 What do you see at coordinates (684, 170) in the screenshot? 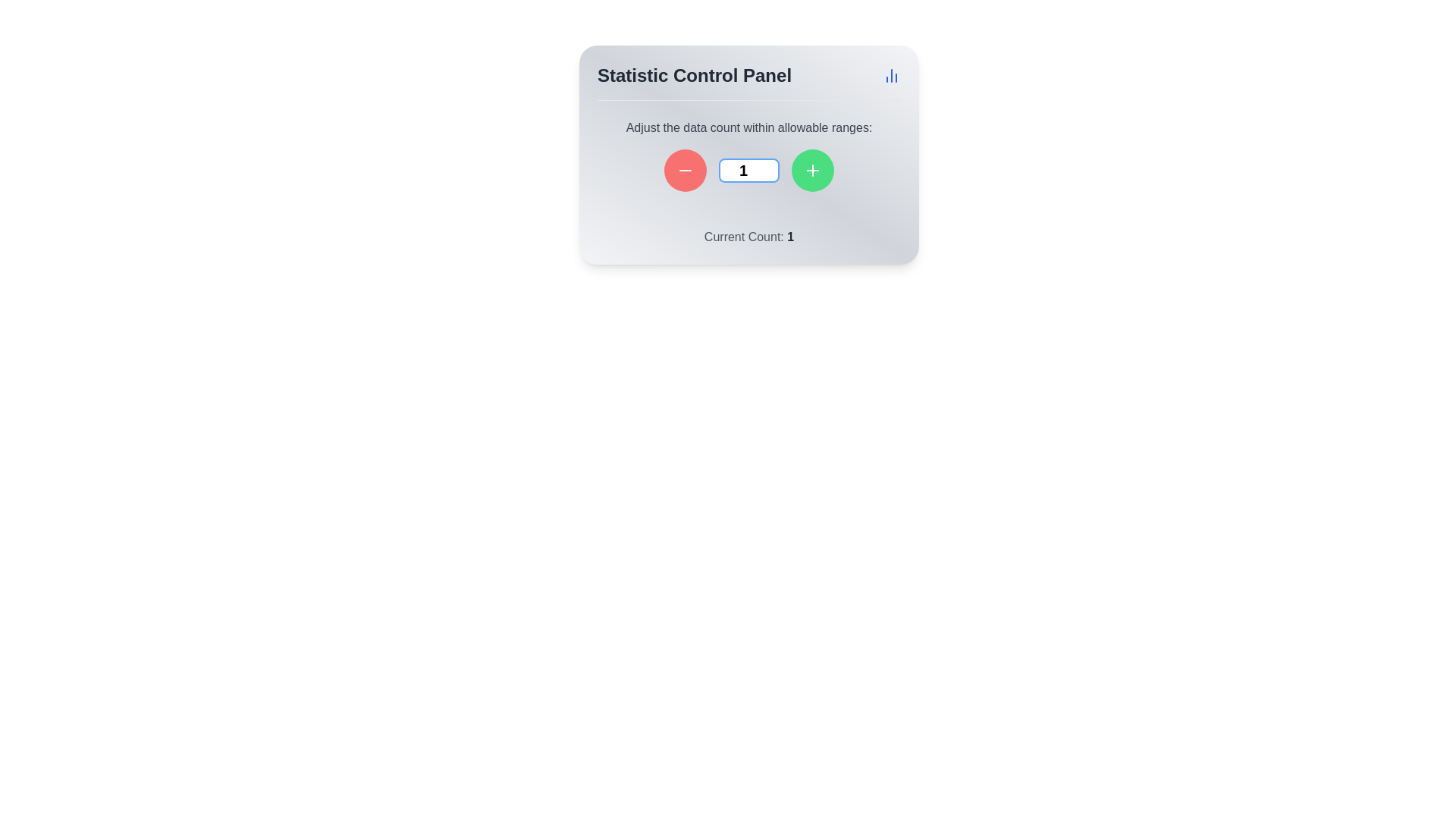
I see `the decrement button, which is the leftmost in a horizontal arrangement of three controls` at bounding box center [684, 170].